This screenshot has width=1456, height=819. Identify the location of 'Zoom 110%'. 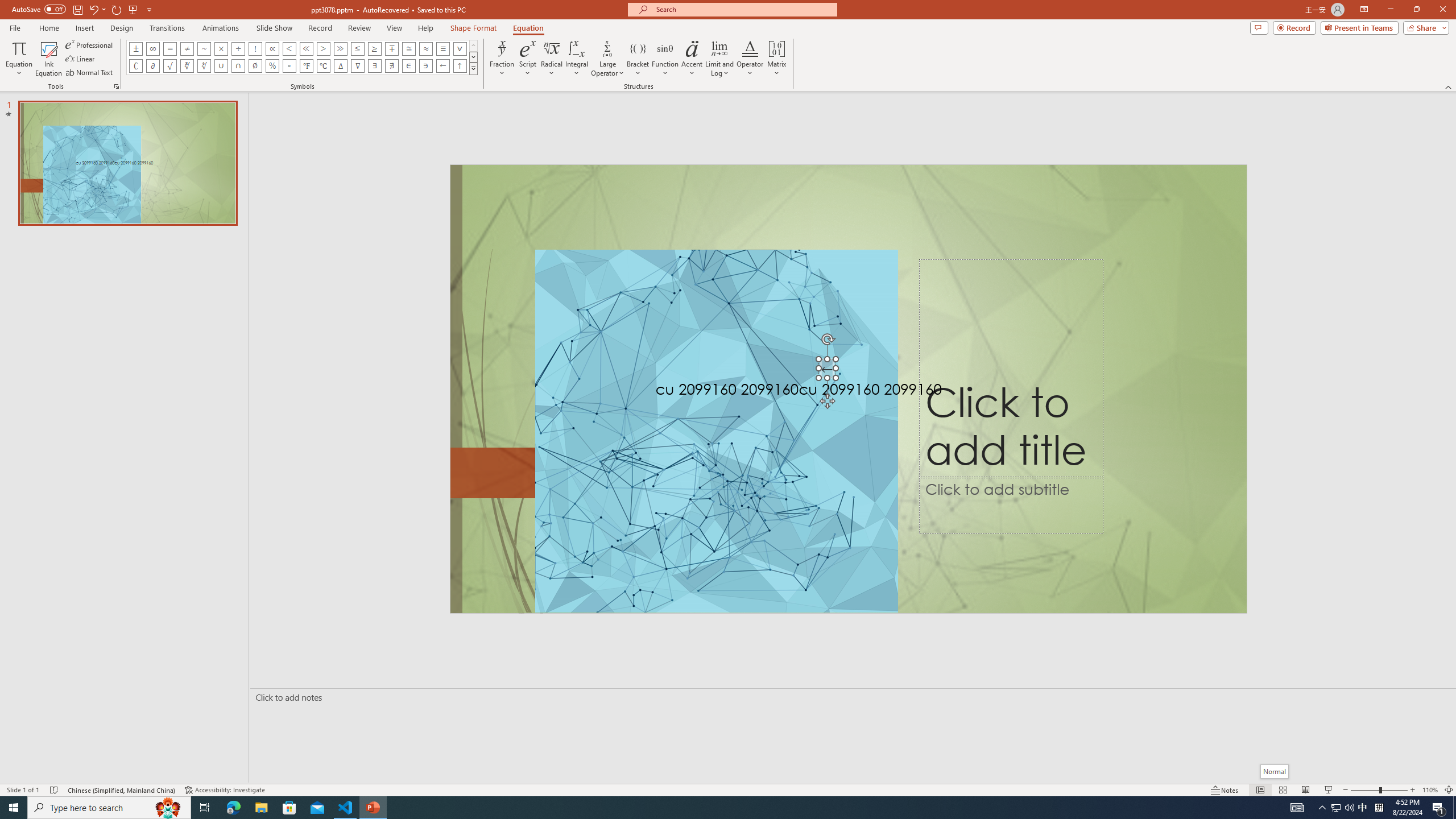
(1430, 790).